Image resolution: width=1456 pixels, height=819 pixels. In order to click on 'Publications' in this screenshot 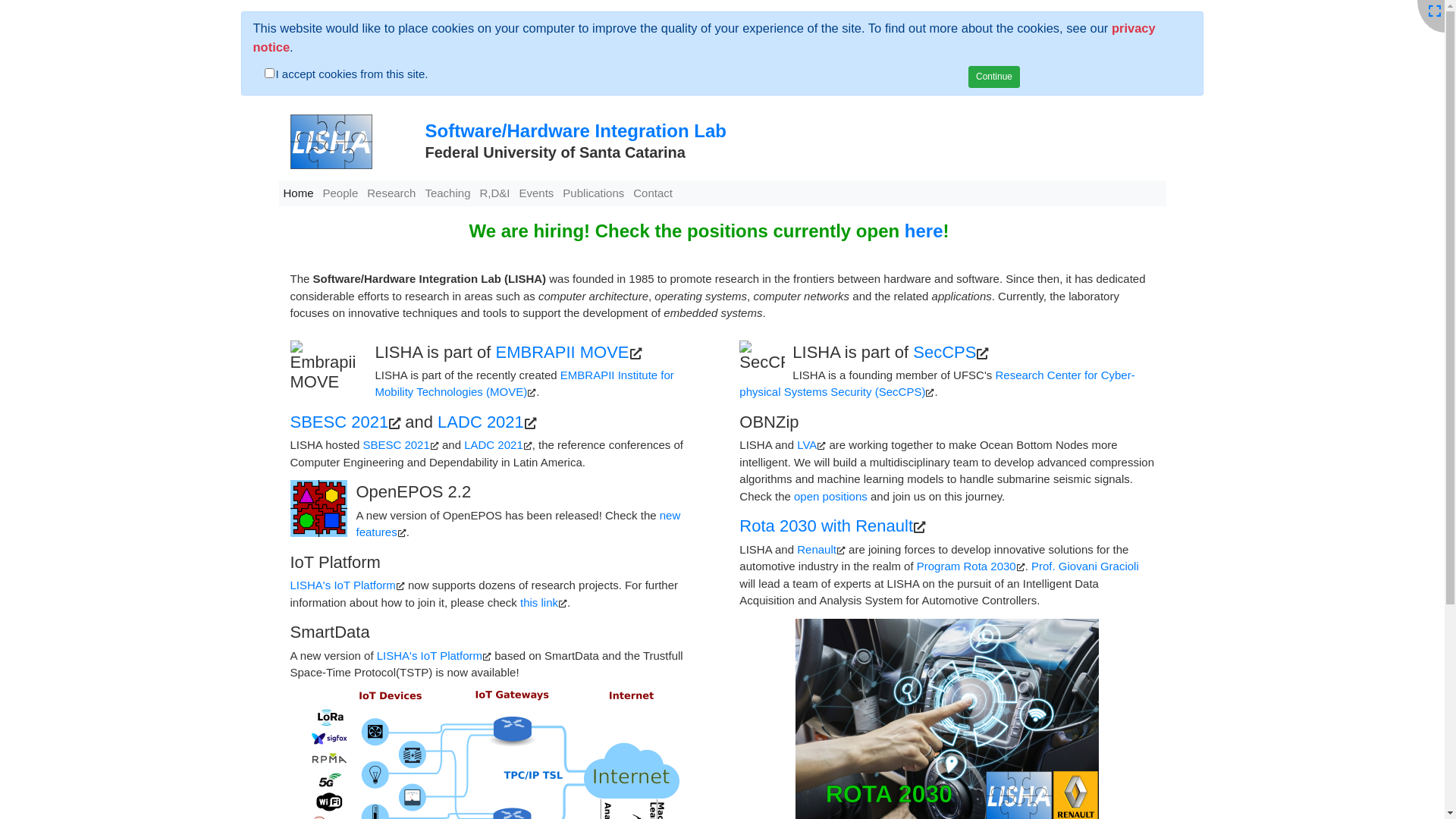, I will do `click(592, 193)`.